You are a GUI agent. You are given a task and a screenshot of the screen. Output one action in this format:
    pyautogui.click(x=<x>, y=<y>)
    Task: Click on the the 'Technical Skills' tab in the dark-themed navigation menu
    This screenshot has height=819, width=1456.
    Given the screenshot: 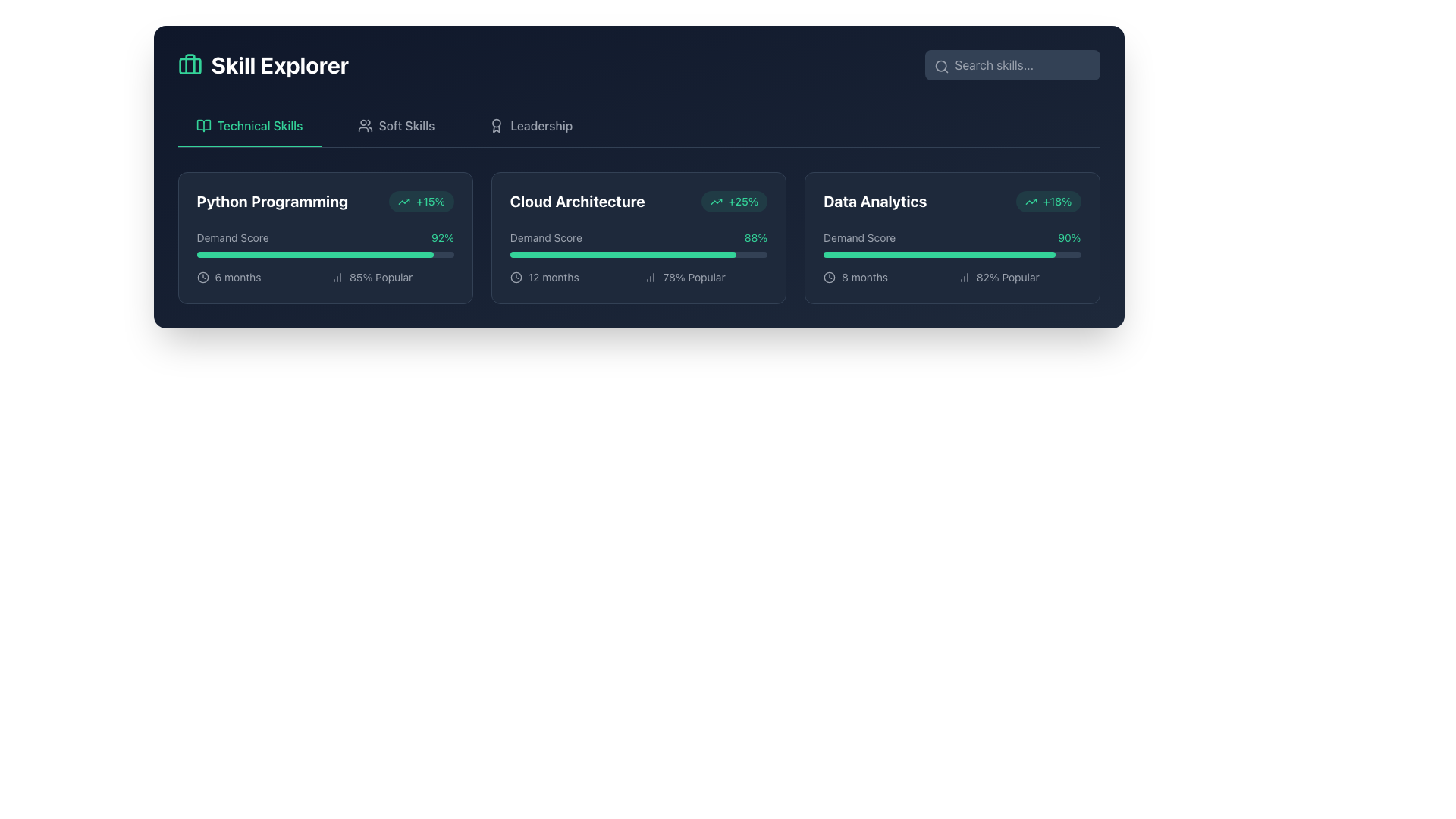 What is the action you would take?
    pyautogui.click(x=639, y=124)
    